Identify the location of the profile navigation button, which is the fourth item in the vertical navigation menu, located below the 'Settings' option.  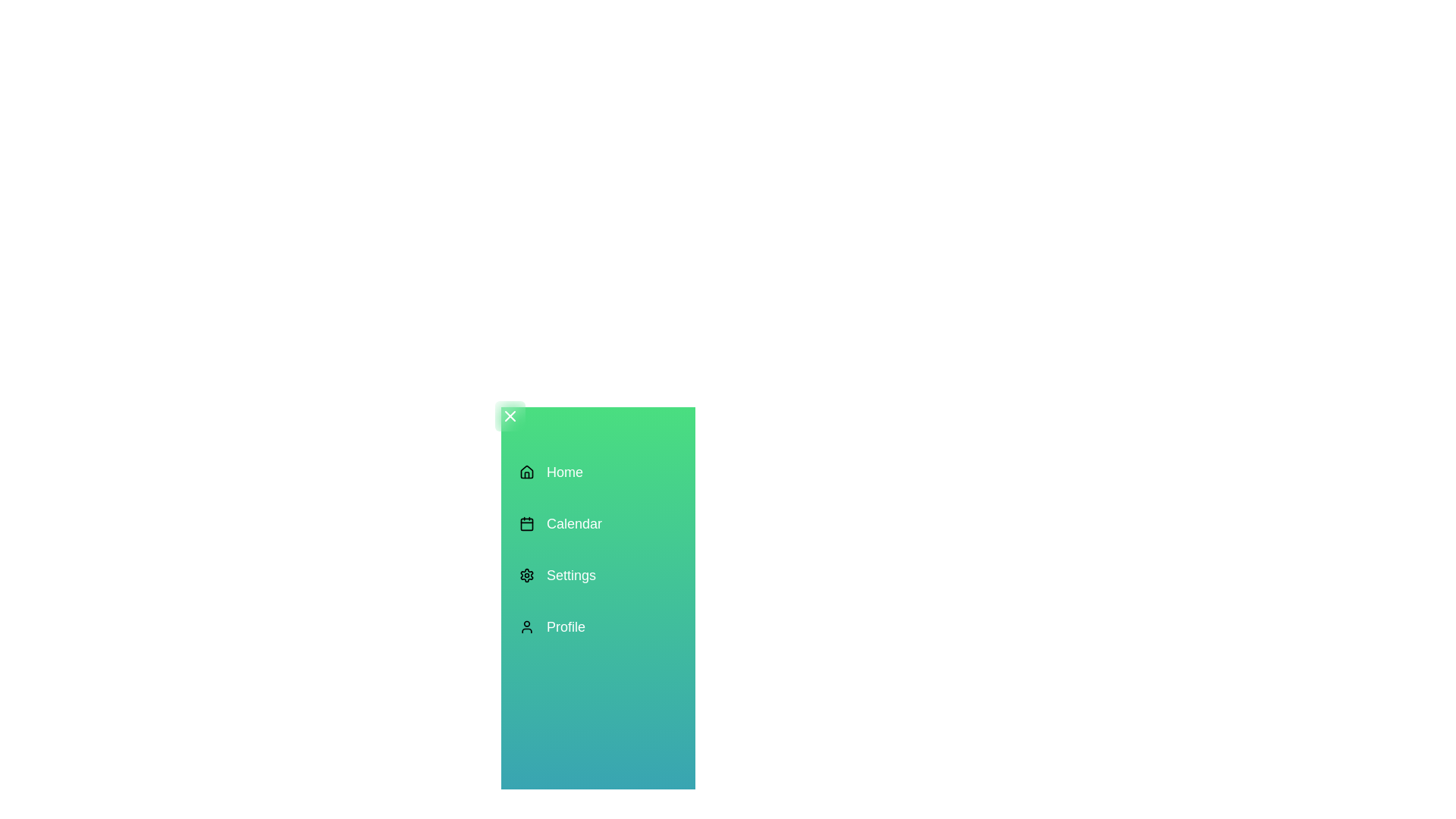
(560, 626).